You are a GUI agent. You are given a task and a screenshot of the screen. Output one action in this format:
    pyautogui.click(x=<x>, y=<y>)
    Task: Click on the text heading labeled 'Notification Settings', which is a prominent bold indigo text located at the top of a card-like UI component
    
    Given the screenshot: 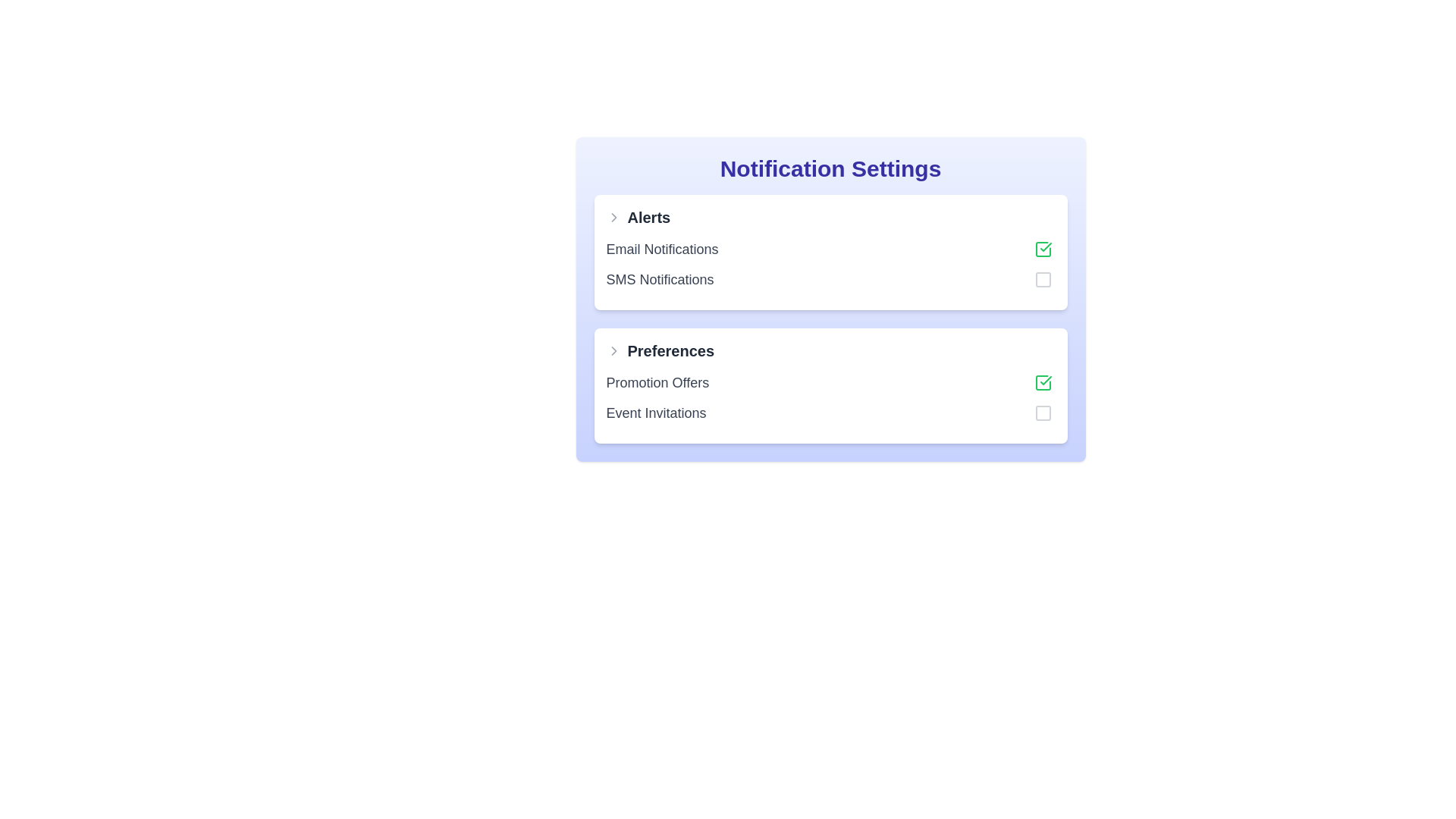 What is the action you would take?
    pyautogui.click(x=830, y=169)
    